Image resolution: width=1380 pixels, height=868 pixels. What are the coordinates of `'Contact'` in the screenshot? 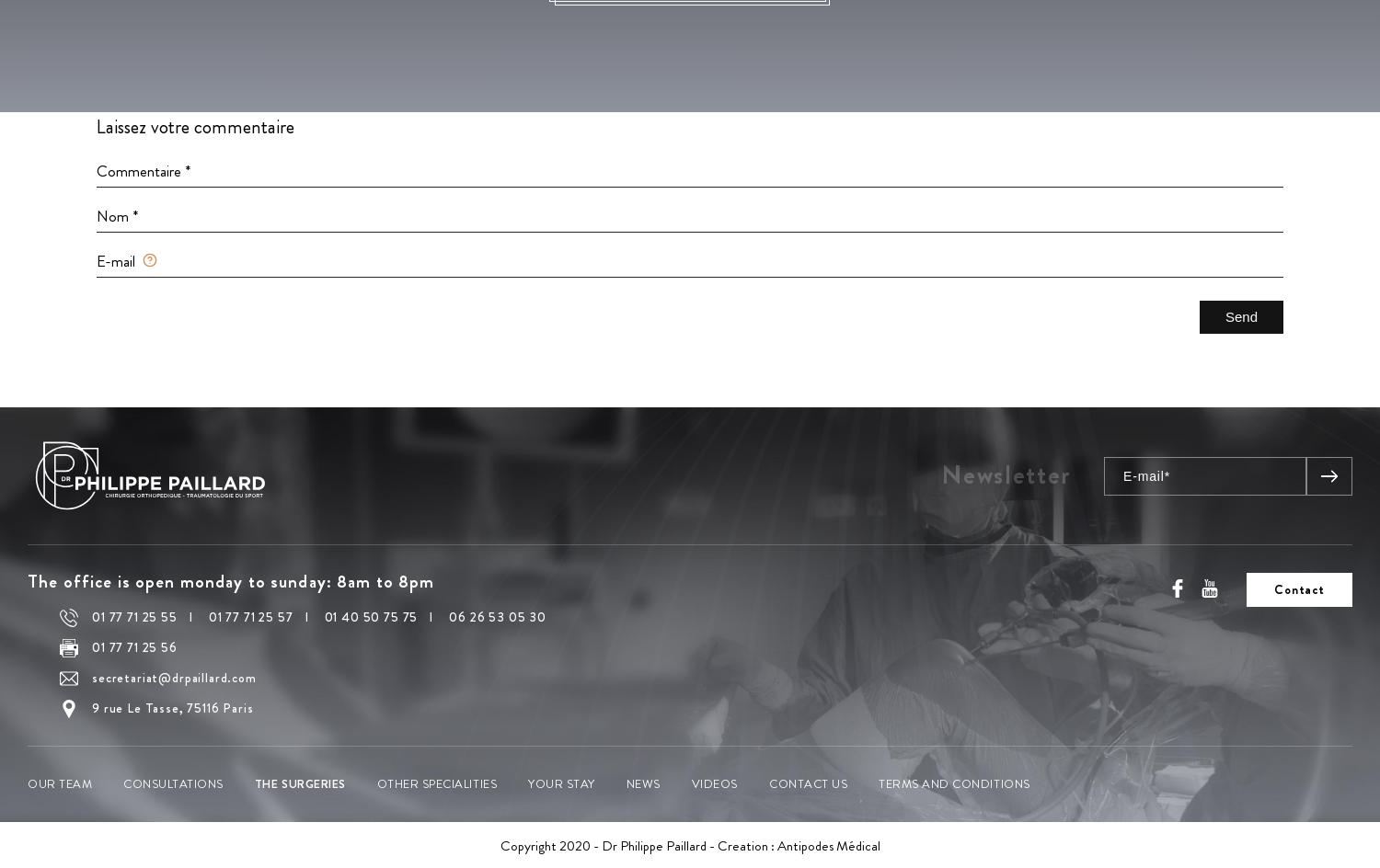 It's located at (1299, 588).